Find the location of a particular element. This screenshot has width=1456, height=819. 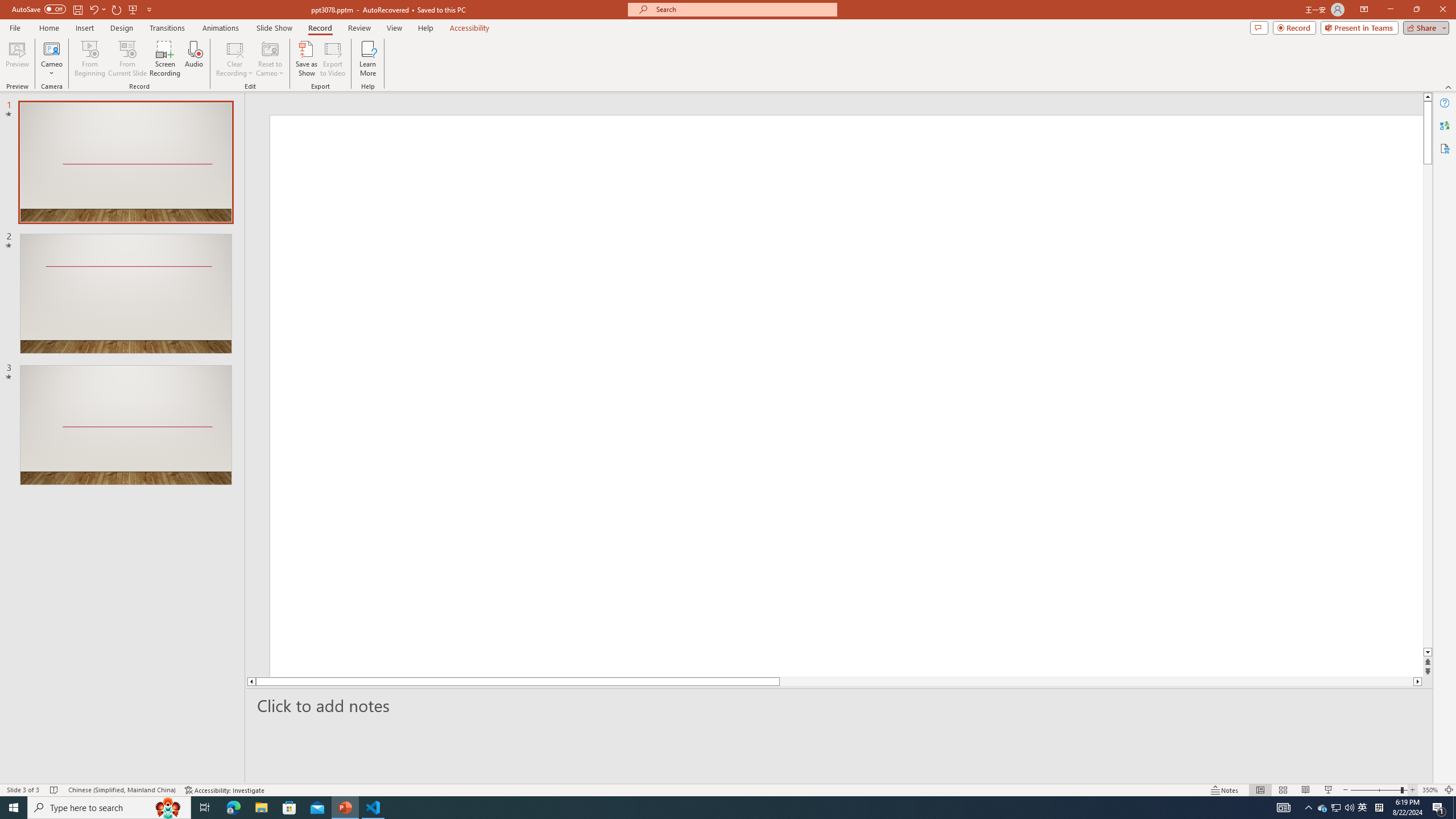

'Clear Recording' is located at coordinates (234, 59).